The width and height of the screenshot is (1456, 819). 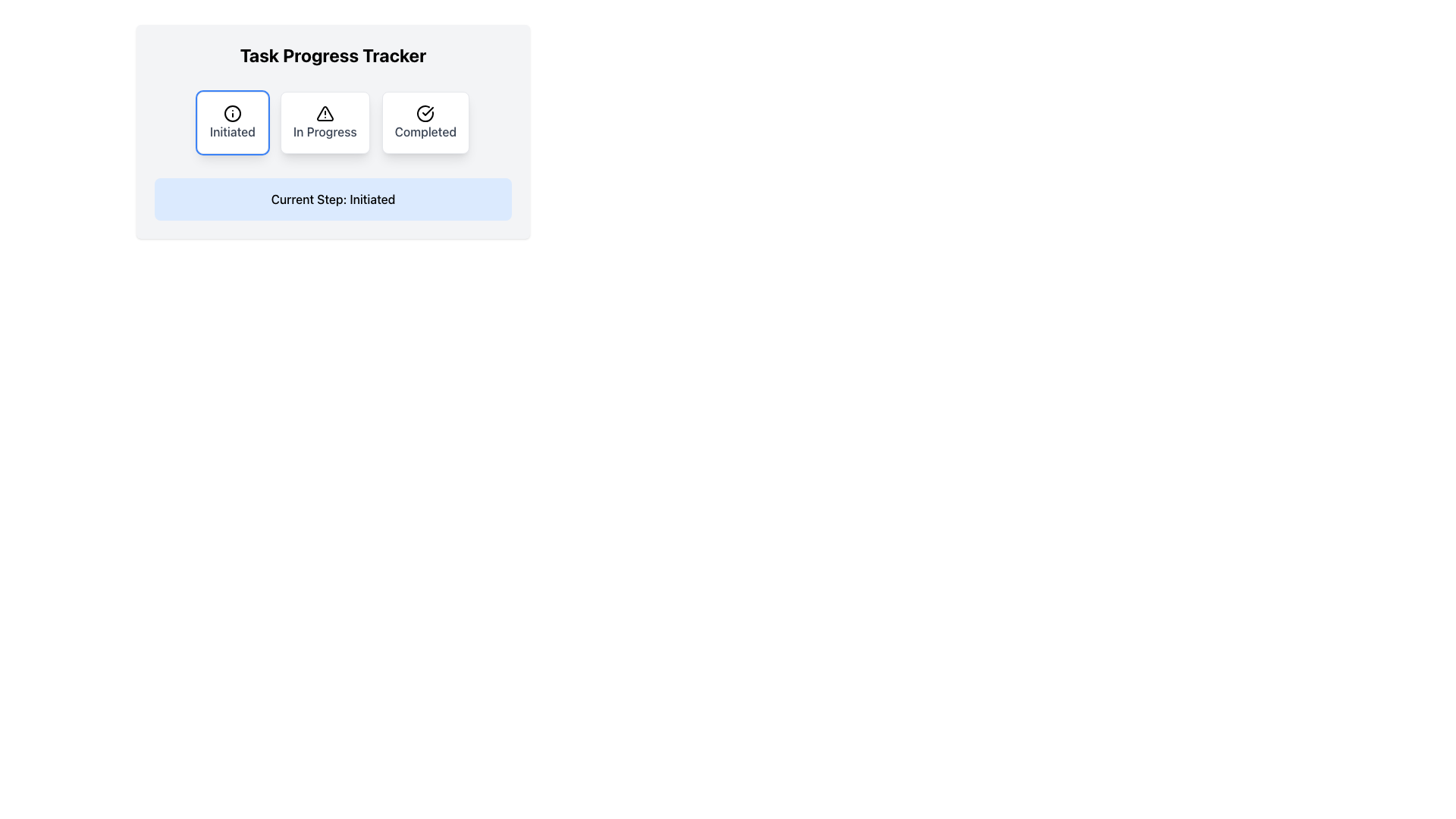 I want to click on the 'Initiated' status indicator in the task progress tracker, which is the leftmost element among the three statuses: 'Initiated', 'In Progress', and 'Completed', so click(x=232, y=122).